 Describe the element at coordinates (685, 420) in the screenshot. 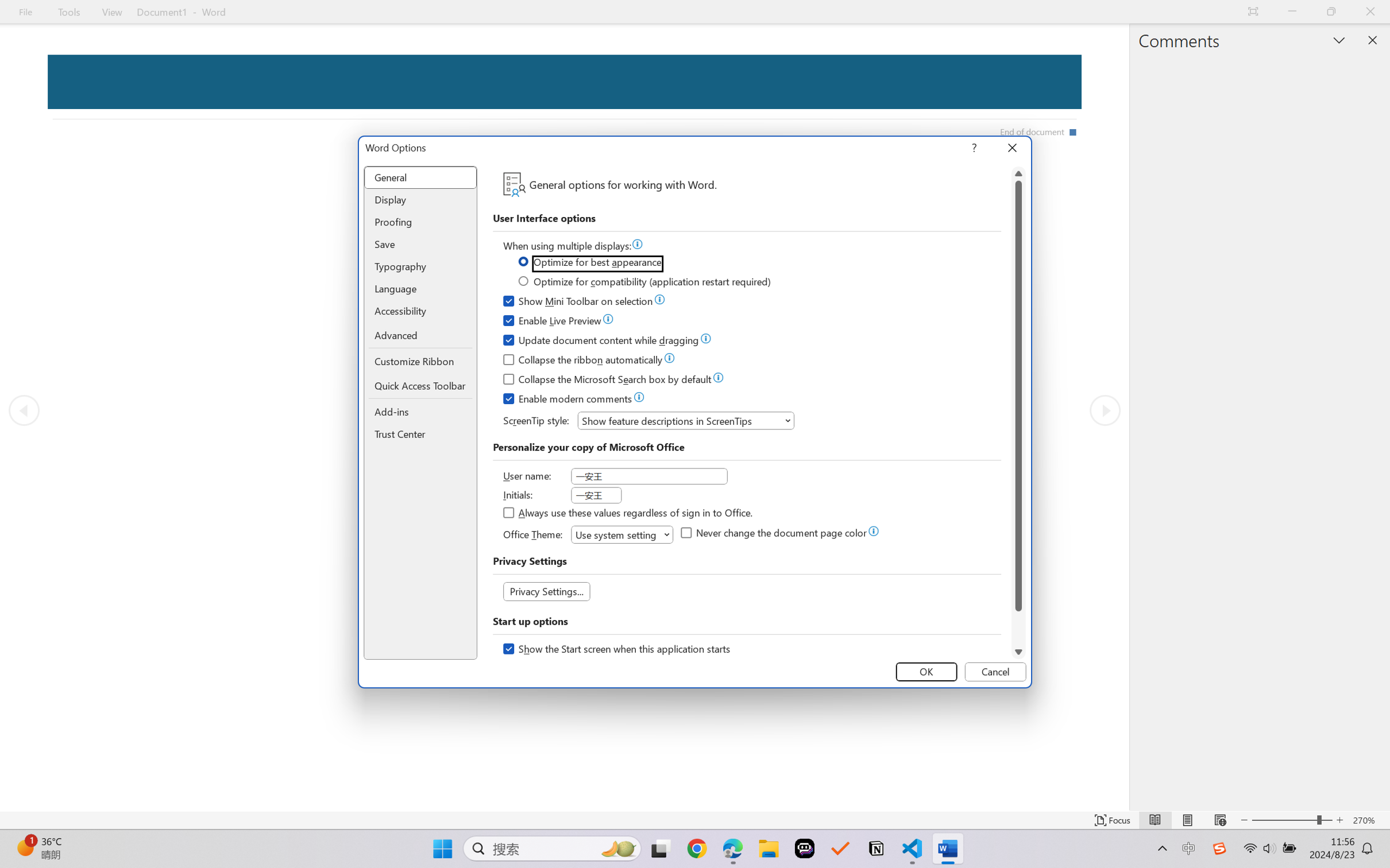

I see `'ScreenTip style'` at that location.